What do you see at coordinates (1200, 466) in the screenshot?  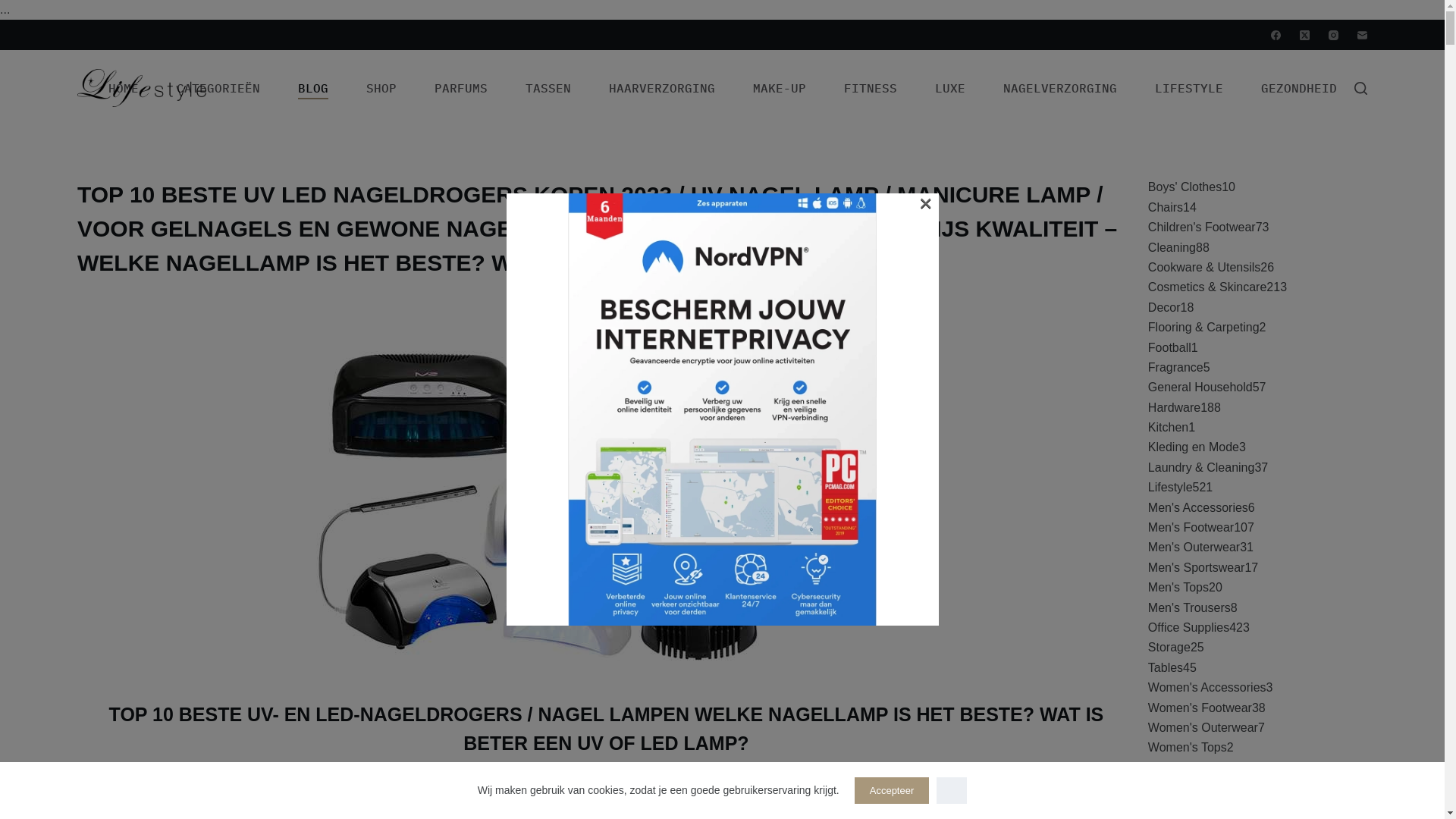 I see `'Laundry & Cleaning'` at bounding box center [1200, 466].